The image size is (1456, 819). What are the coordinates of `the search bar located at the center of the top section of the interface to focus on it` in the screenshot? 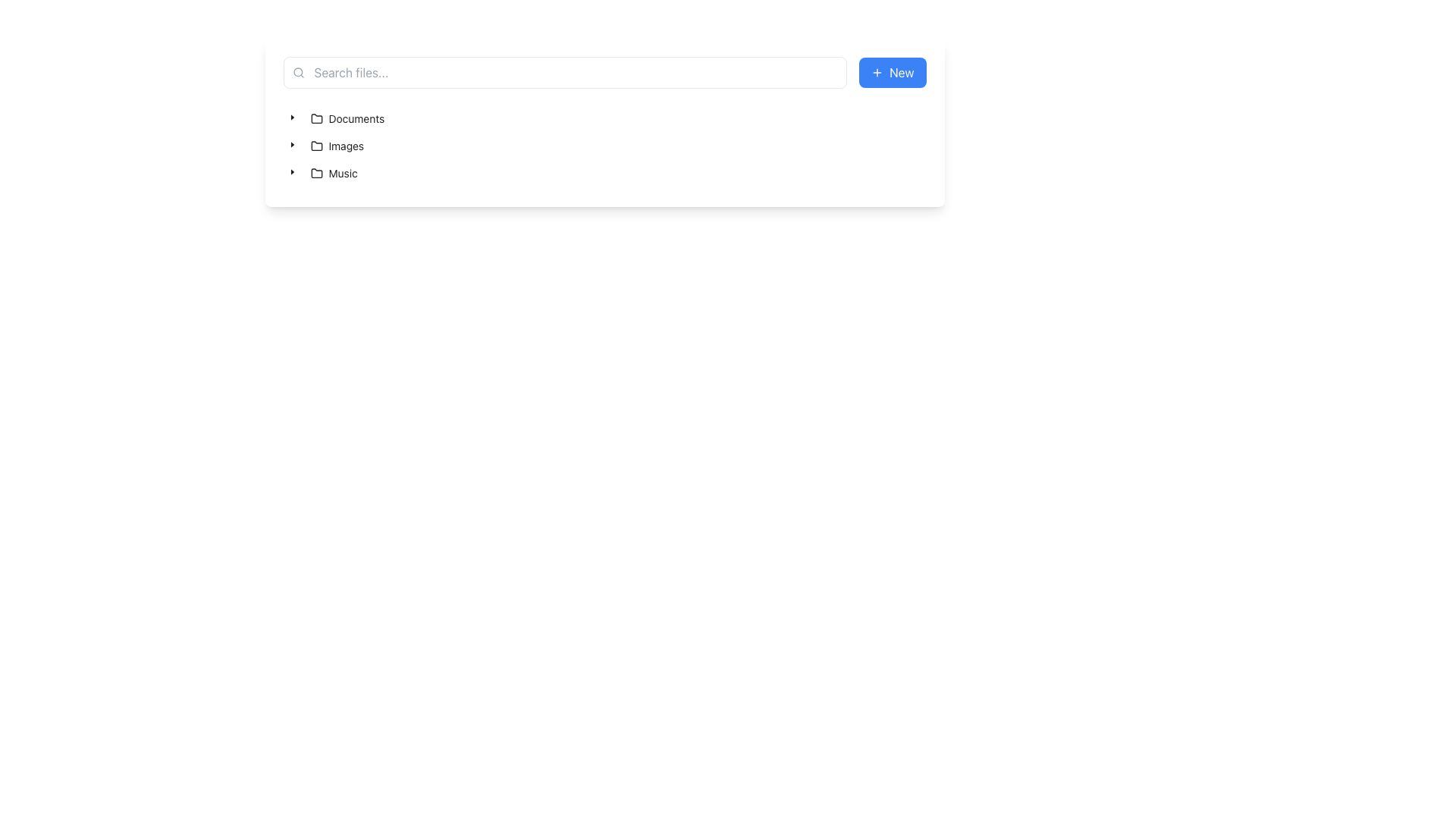 It's located at (564, 73).